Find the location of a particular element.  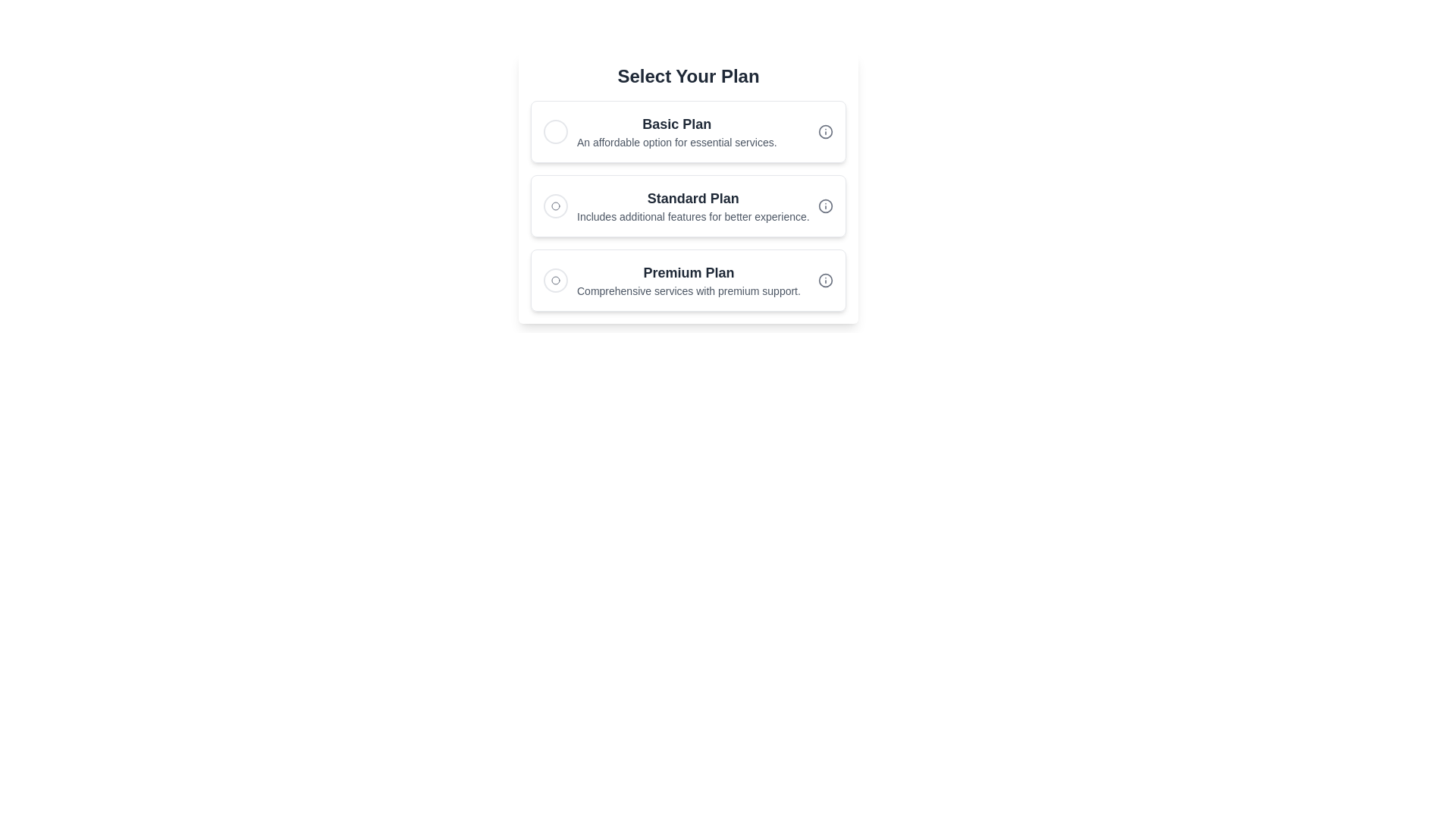

the 'Basic Plan' text label in the list of selectable plans is located at coordinates (676, 130).